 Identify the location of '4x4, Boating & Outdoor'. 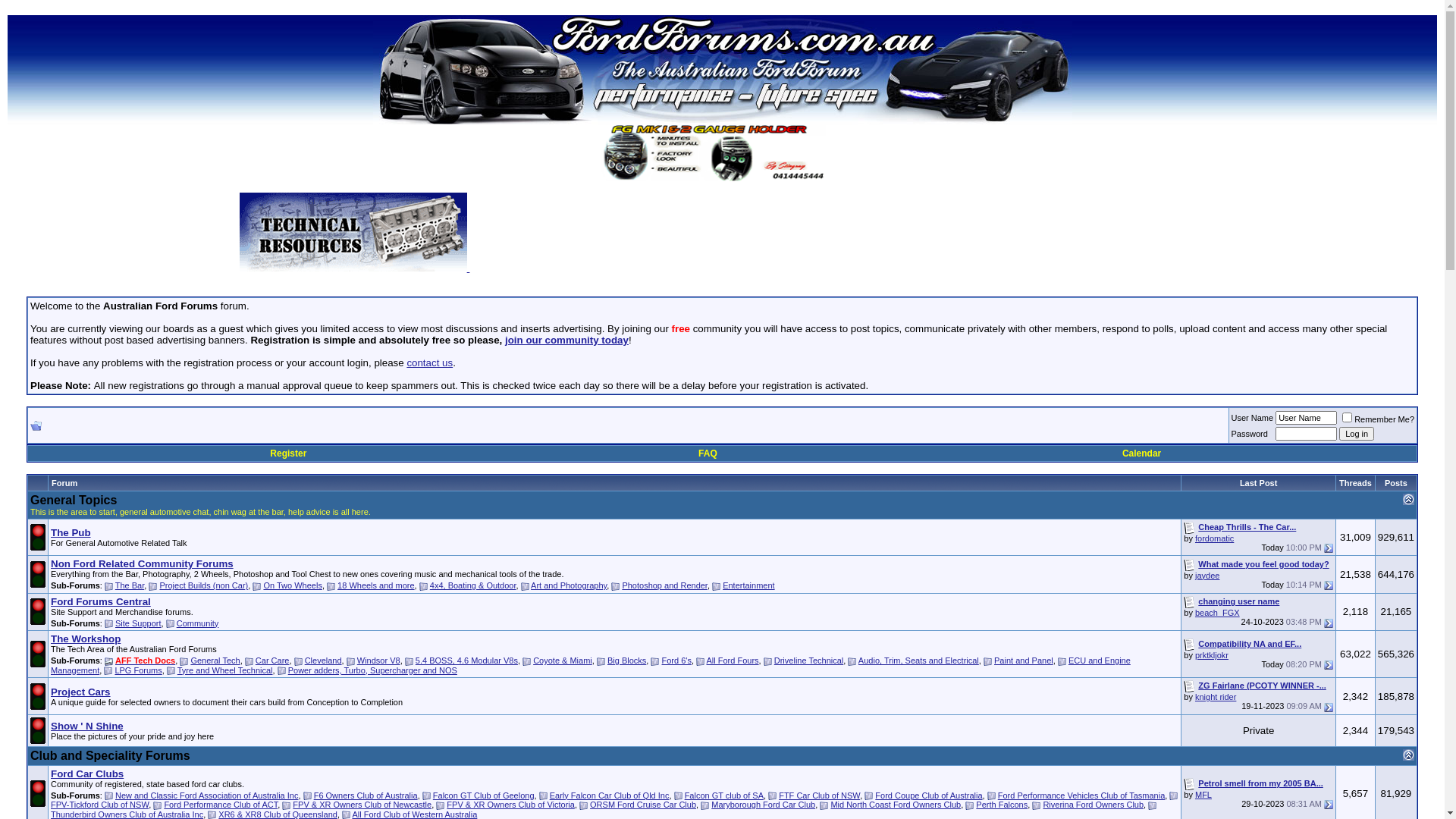
(472, 584).